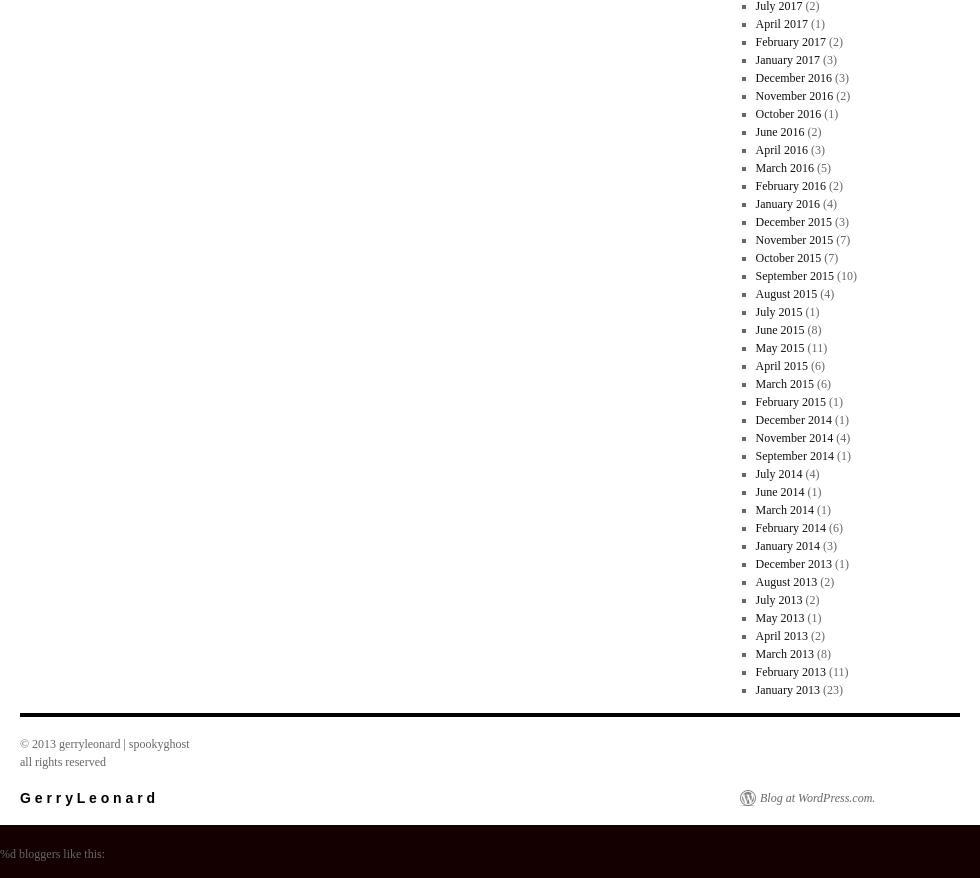  Describe the element at coordinates (8, 854) in the screenshot. I see `'%d'` at that location.